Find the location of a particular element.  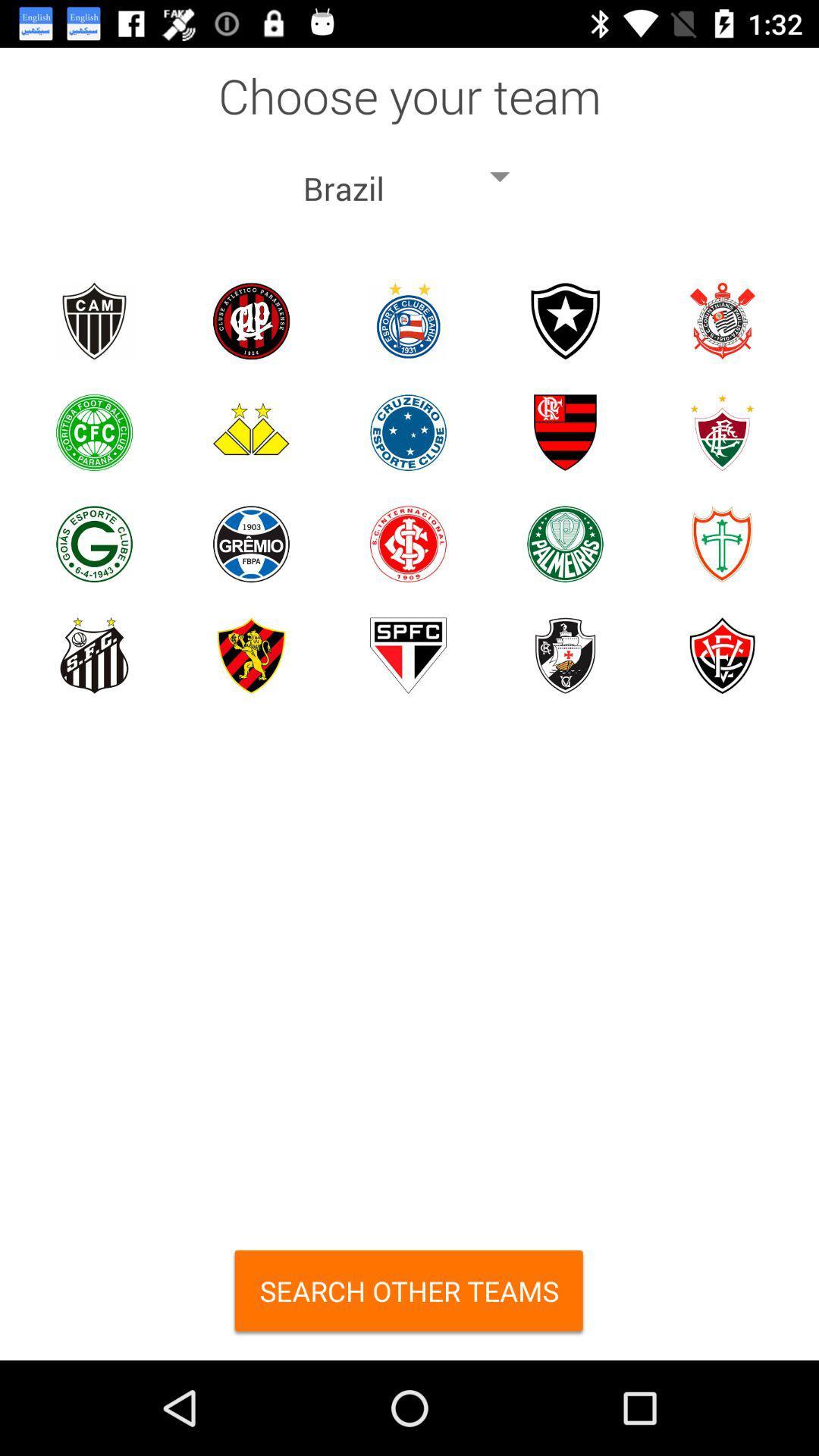

botafogo regatas is located at coordinates (565, 320).